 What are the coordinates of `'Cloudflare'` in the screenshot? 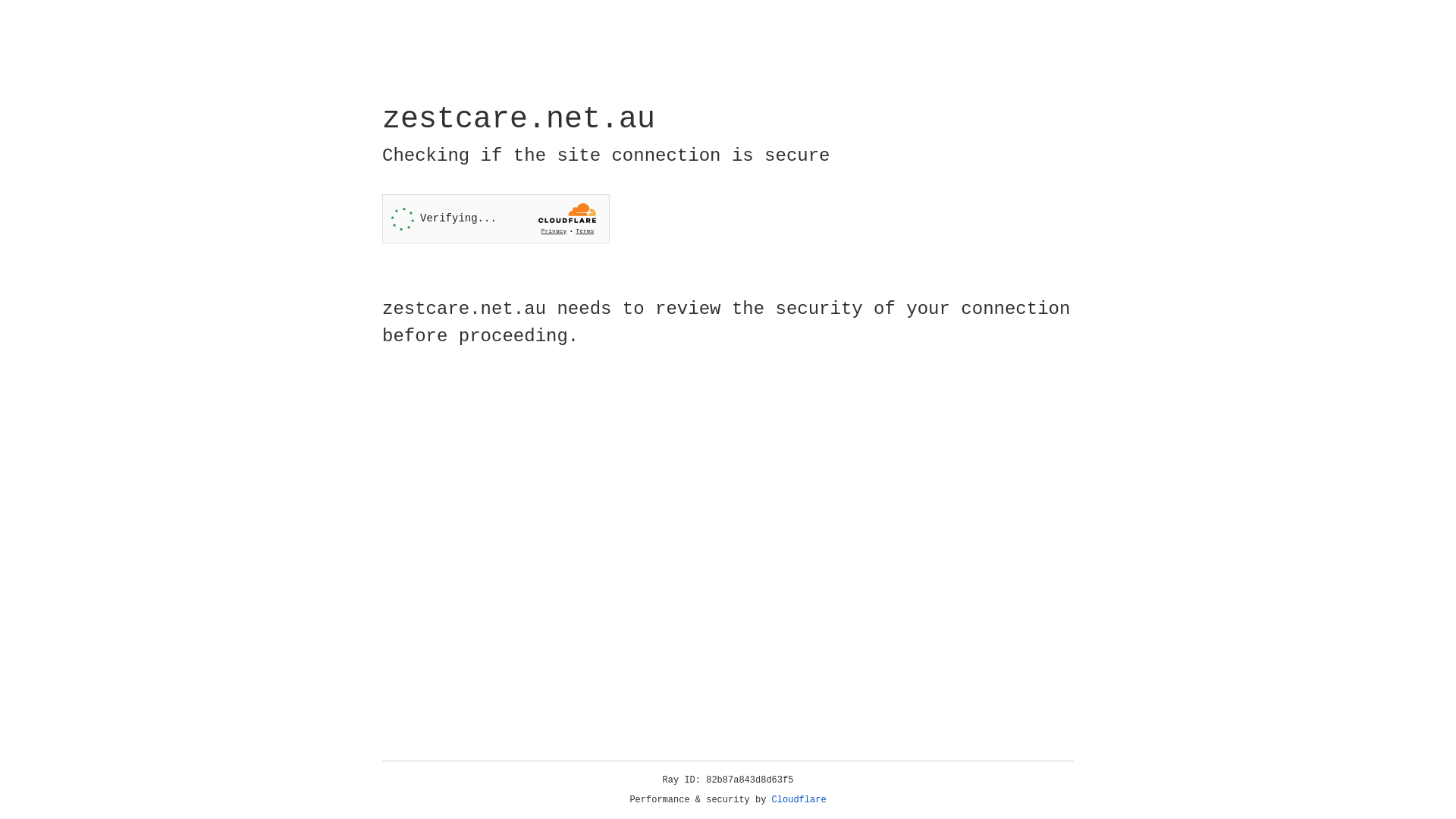 It's located at (799, 799).